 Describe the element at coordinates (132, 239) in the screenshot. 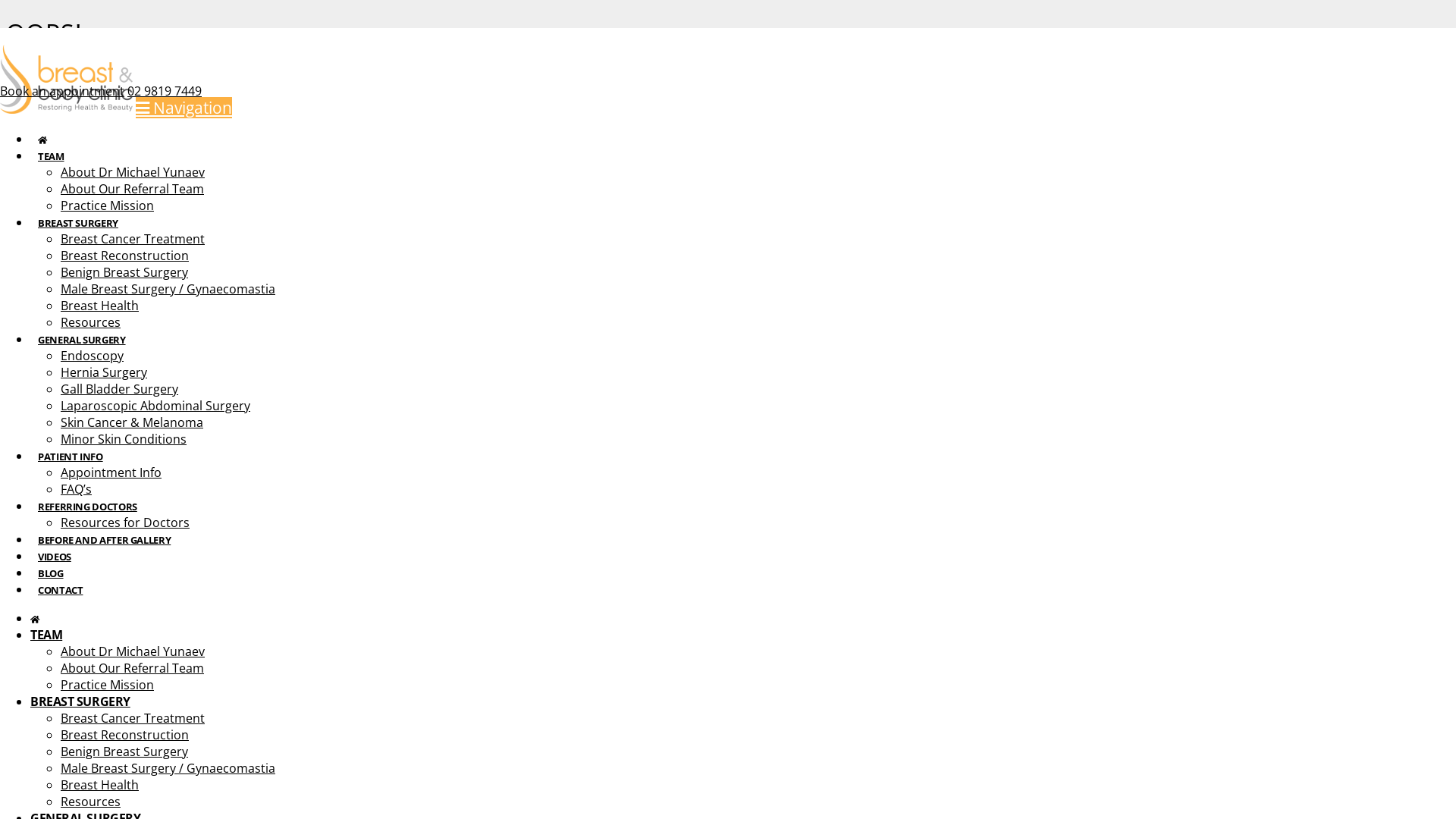

I see `'Breast Cancer Treatment'` at that location.